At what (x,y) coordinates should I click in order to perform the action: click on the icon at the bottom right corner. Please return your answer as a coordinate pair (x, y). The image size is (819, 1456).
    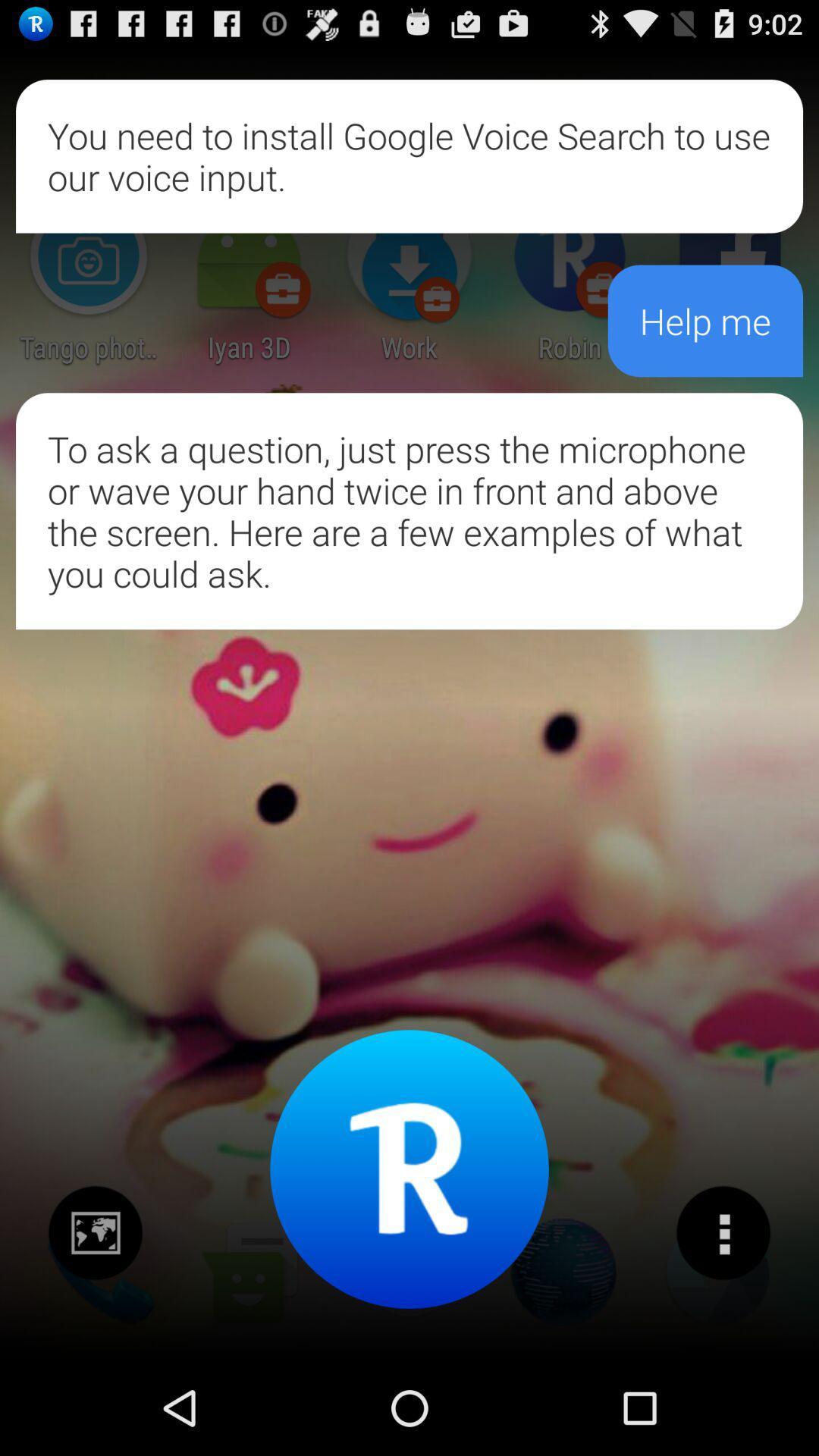
    Looking at the image, I should click on (722, 1233).